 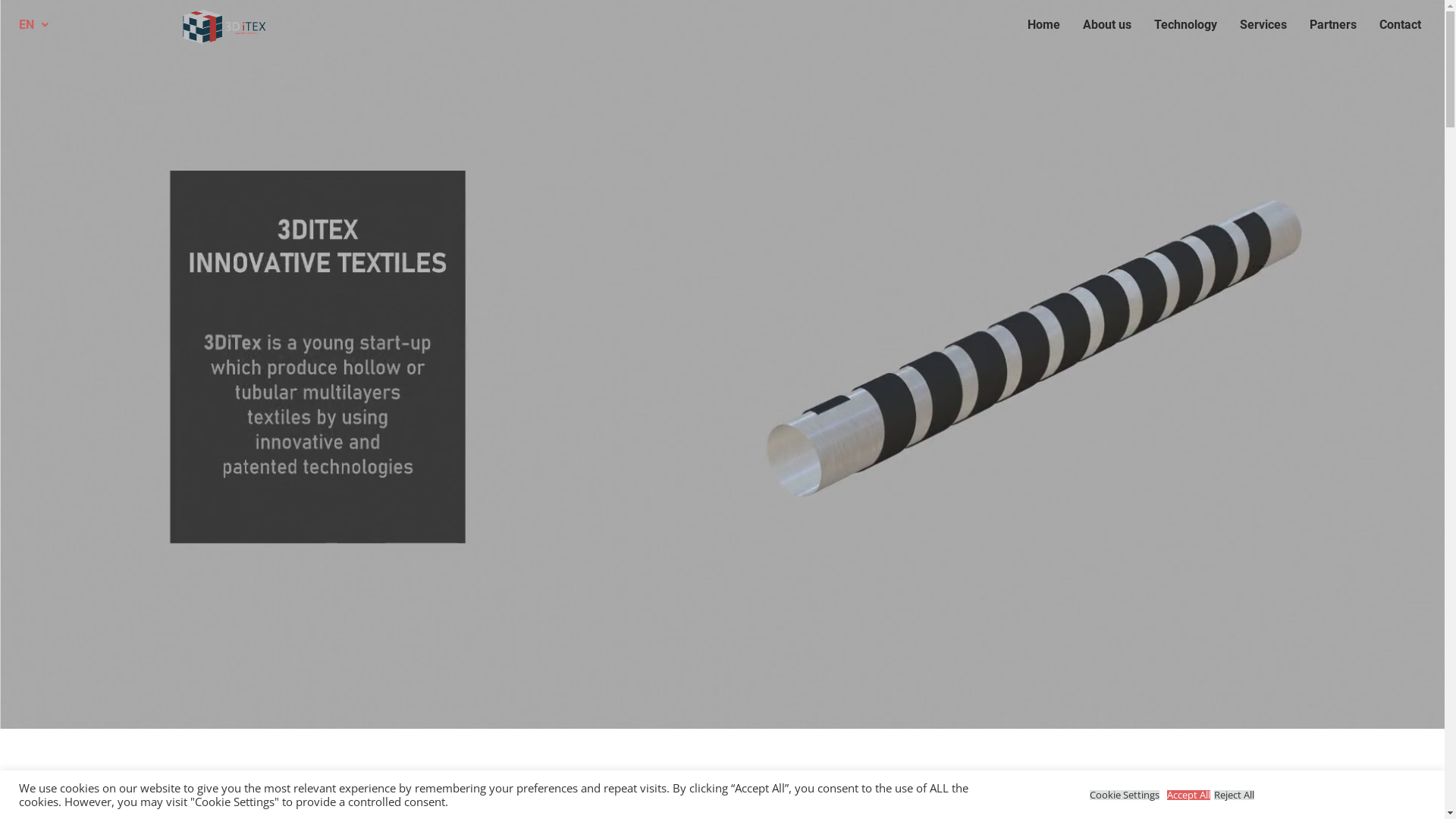 What do you see at coordinates (1234, 794) in the screenshot?
I see `'Reject All'` at bounding box center [1234, 794].